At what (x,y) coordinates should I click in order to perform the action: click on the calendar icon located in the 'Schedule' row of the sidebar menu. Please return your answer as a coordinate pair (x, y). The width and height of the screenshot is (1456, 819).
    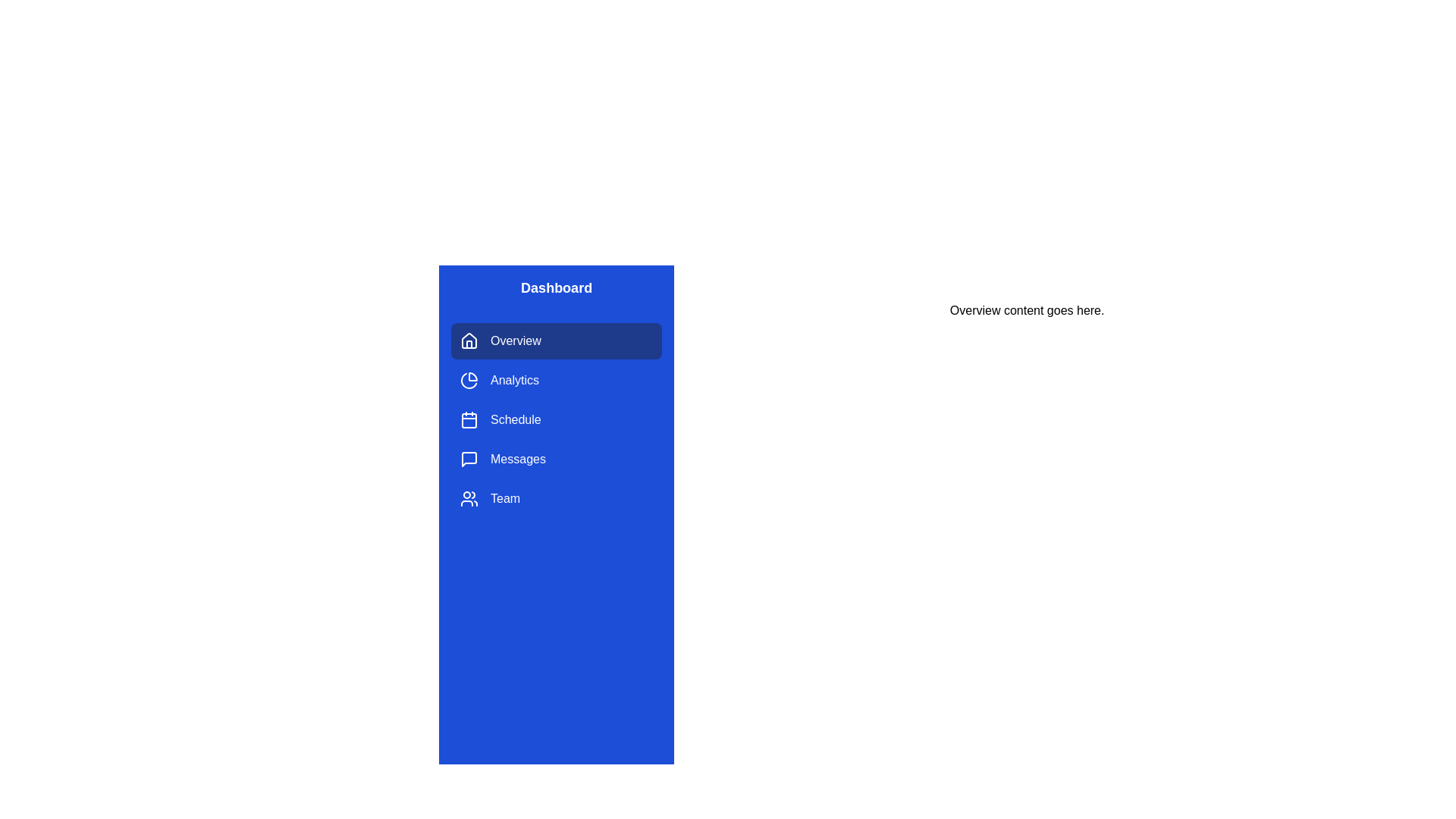
    Looking at the image, I should click on (469, 420).